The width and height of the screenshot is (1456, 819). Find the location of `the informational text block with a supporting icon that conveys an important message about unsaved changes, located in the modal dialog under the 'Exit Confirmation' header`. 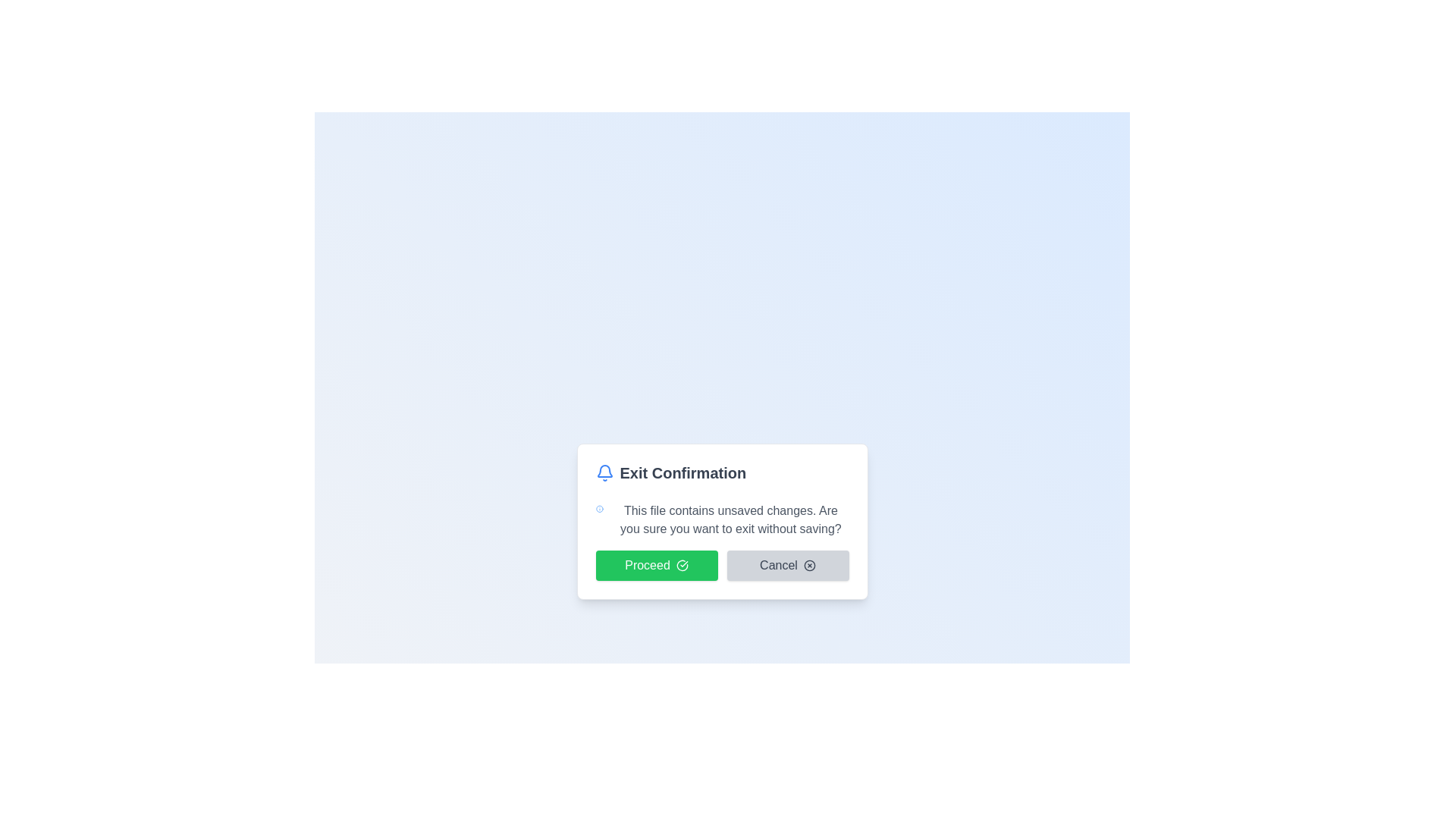

the informational text block with a supporting icon that conveys an important message about unsaved changes, located in the modal dialog under the 'Exit Confirmation' header is located at coordinates (721, 519).